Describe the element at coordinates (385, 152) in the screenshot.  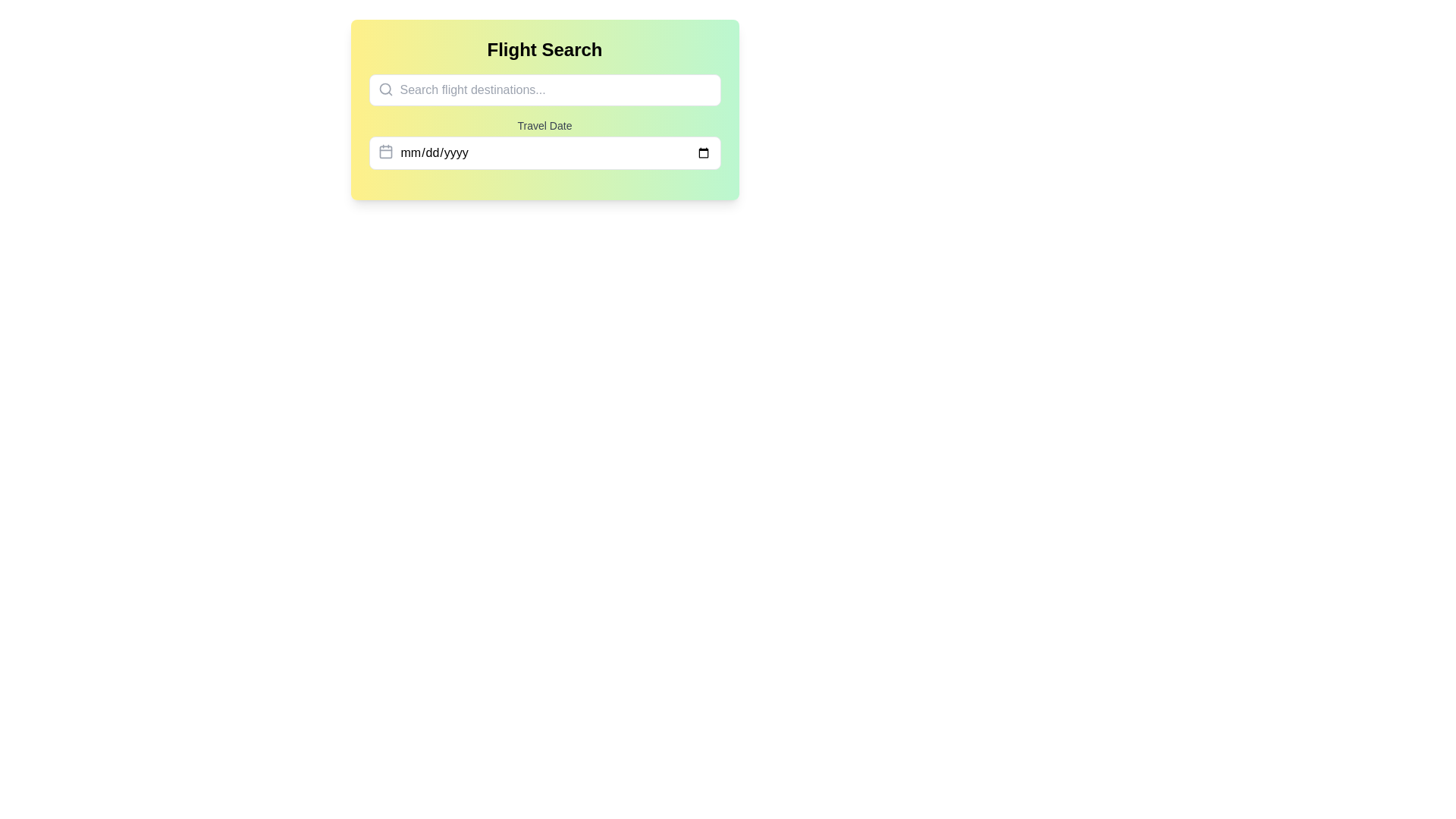
I see `the small gray calendar icon located` at that location.